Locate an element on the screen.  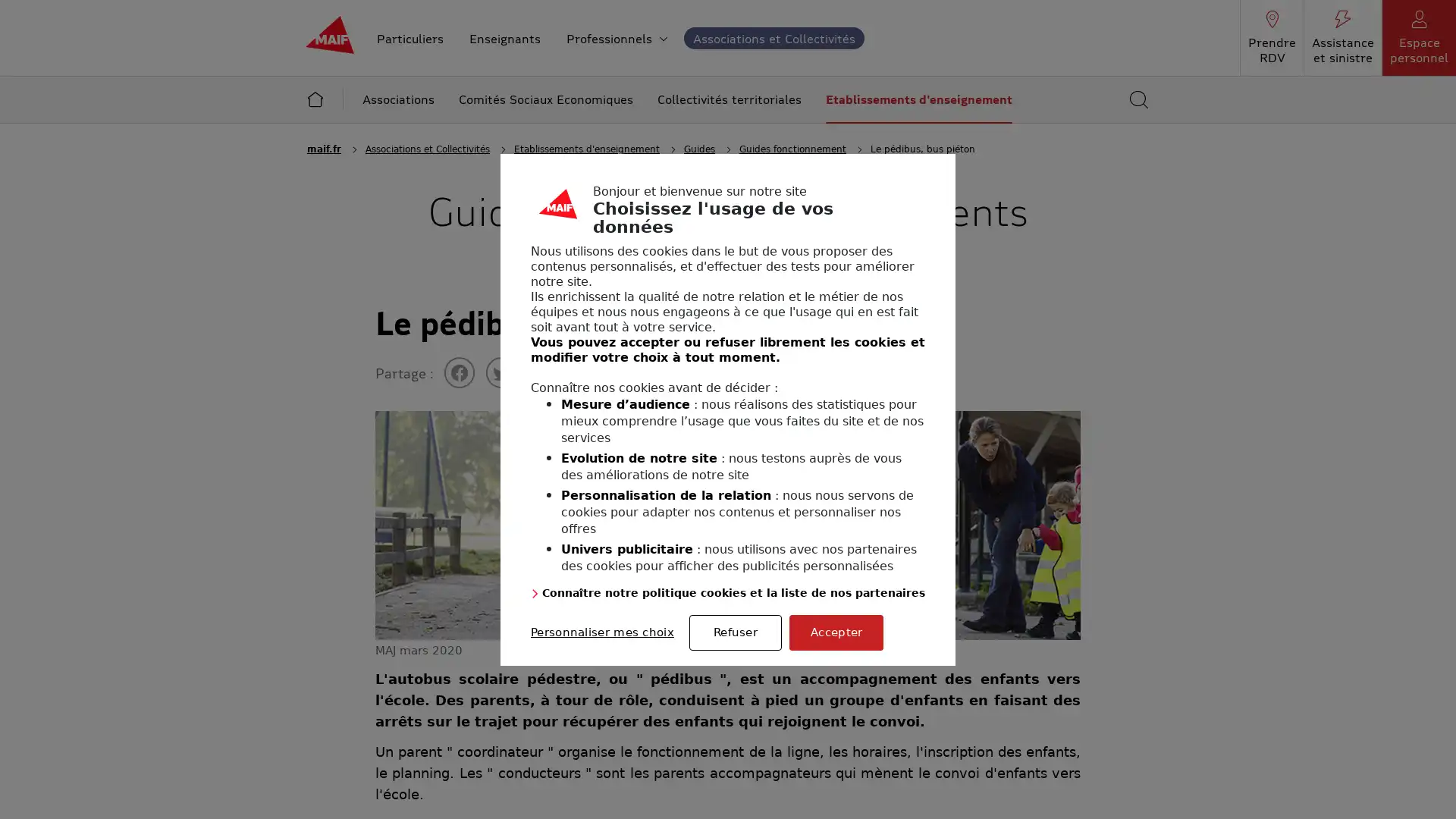
Comites Sociaux Economiques is located at coordinates (546, 99).